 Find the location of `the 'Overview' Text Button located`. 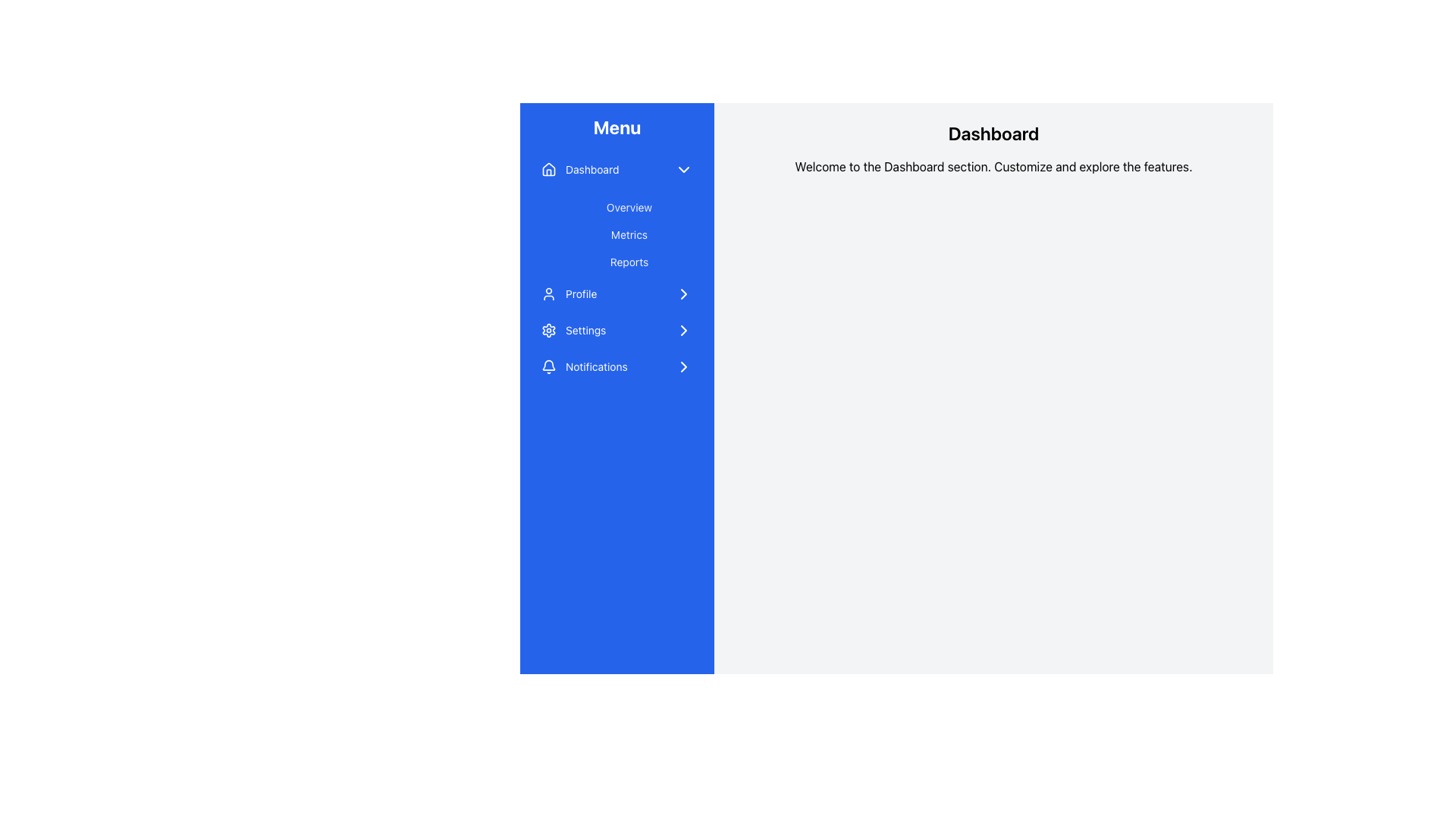

the 'Overview' Text Button located is located at coordinates (617, 213).